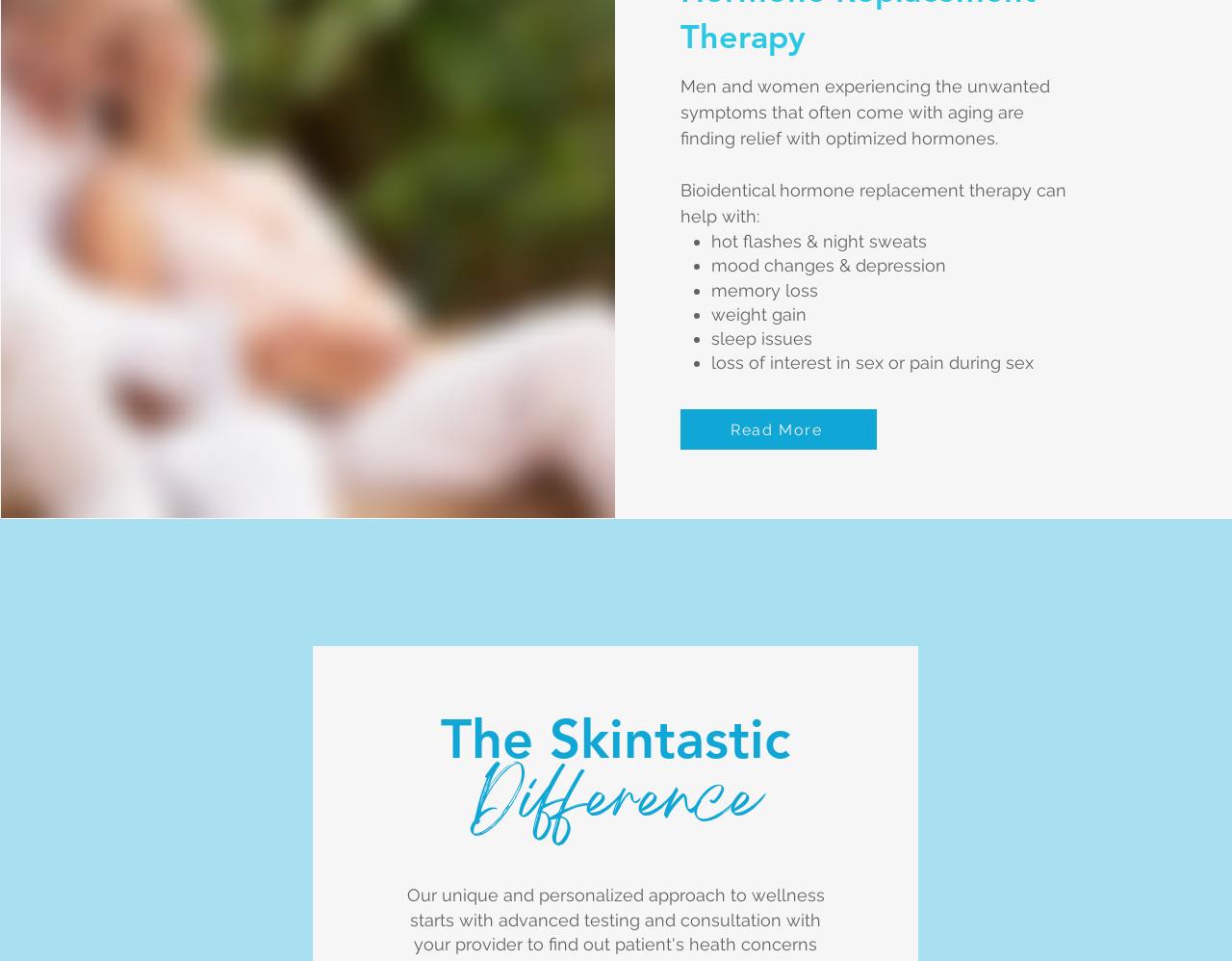 The image size is (1232, 961). What do you see at coordinates (613, 738) in the screenshot?
I see `'The Skintastic'` at bounding box center [613, 738].